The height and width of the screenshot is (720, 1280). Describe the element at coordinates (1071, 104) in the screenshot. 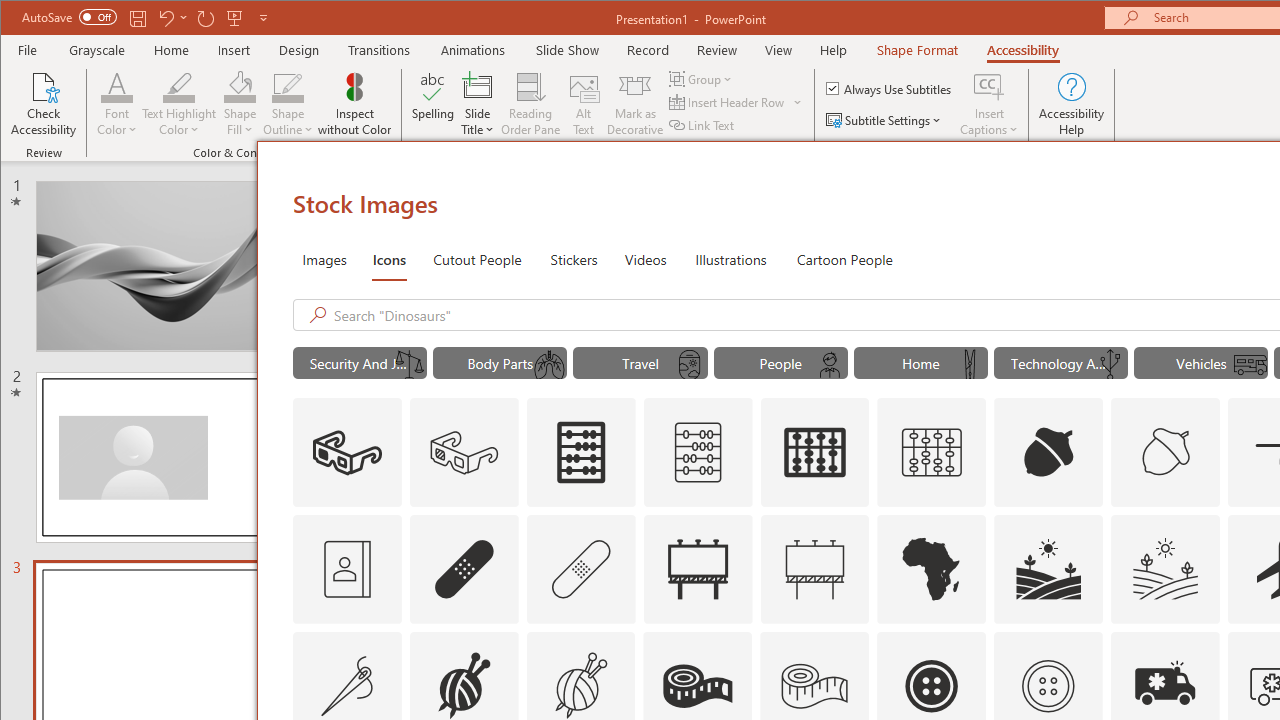

I see `'Accessibility Help'` at that location.